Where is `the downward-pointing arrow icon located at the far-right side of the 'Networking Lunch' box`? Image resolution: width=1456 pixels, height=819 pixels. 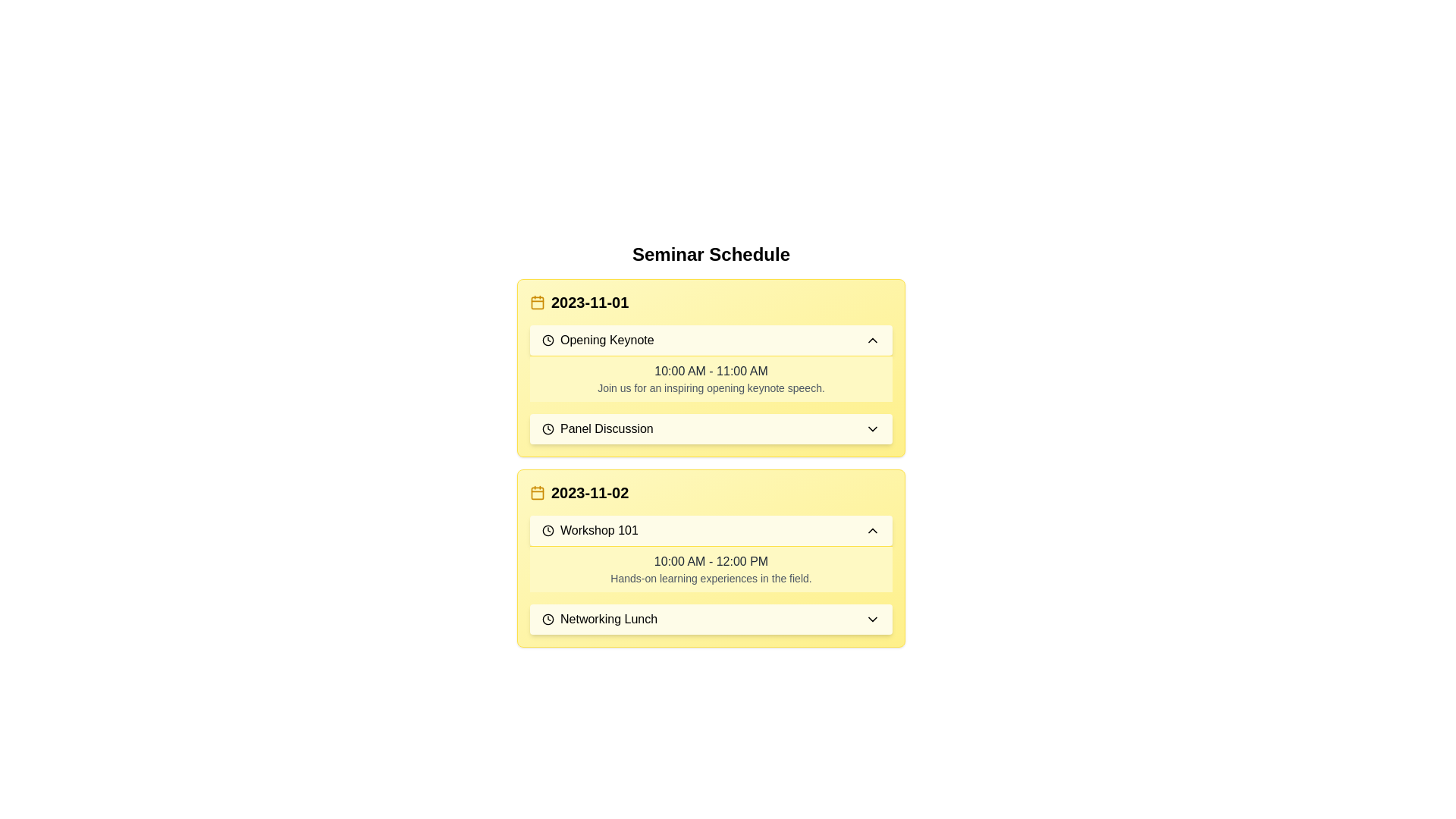 the downward-pointing arrow icon located at the far-right side of the 'Networking Lunch' box is located at coordinates (873, 620).